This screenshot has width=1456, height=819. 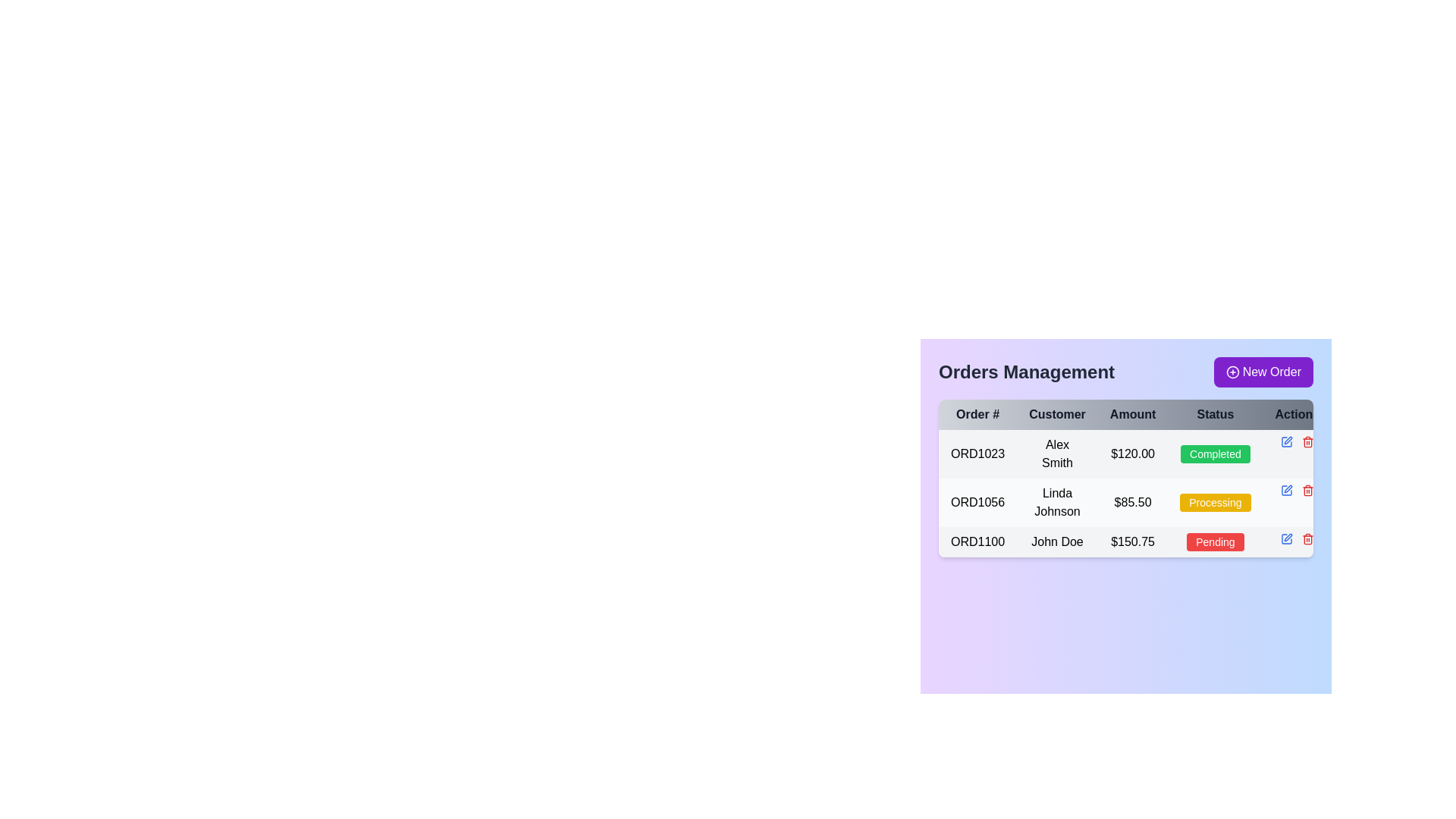 I want to click on the customer name label located in the 'Customer' column of the table for order 'ORD1100', so click(x=1056, y=541).